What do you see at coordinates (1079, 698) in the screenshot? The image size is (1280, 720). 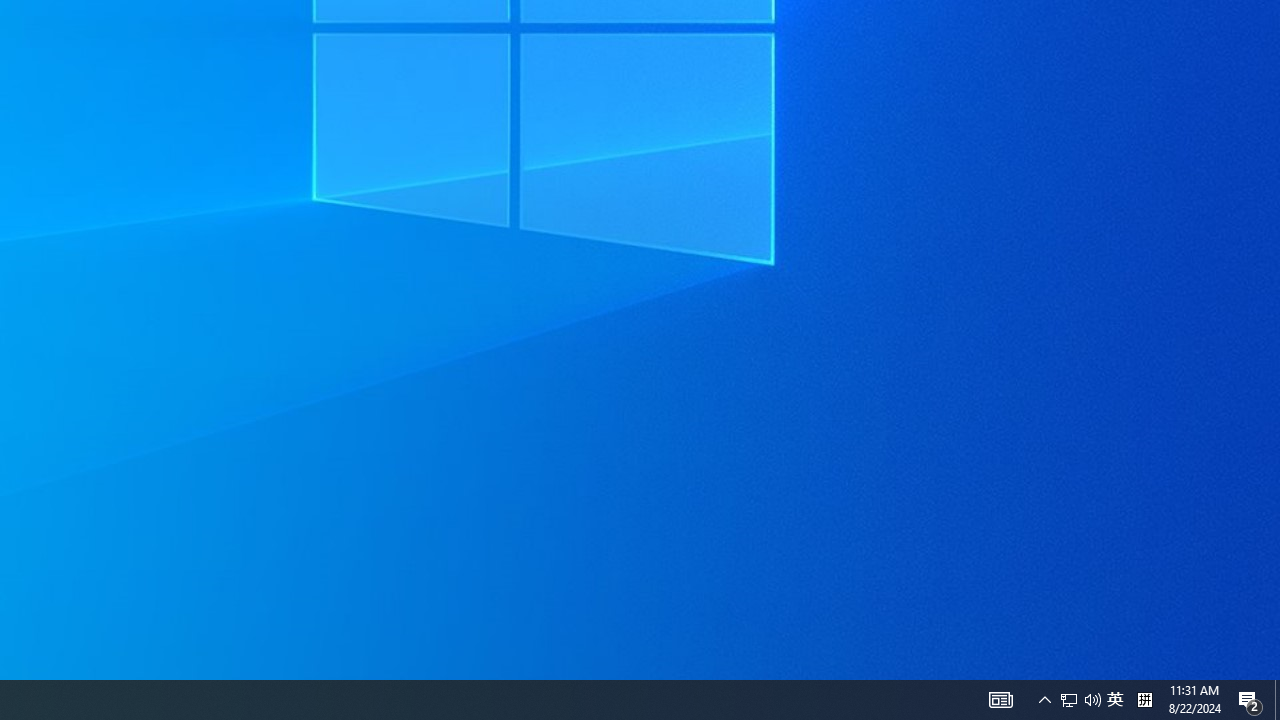 I see `'User Promoted Notification Area'` at bounding box center [1079, 698].